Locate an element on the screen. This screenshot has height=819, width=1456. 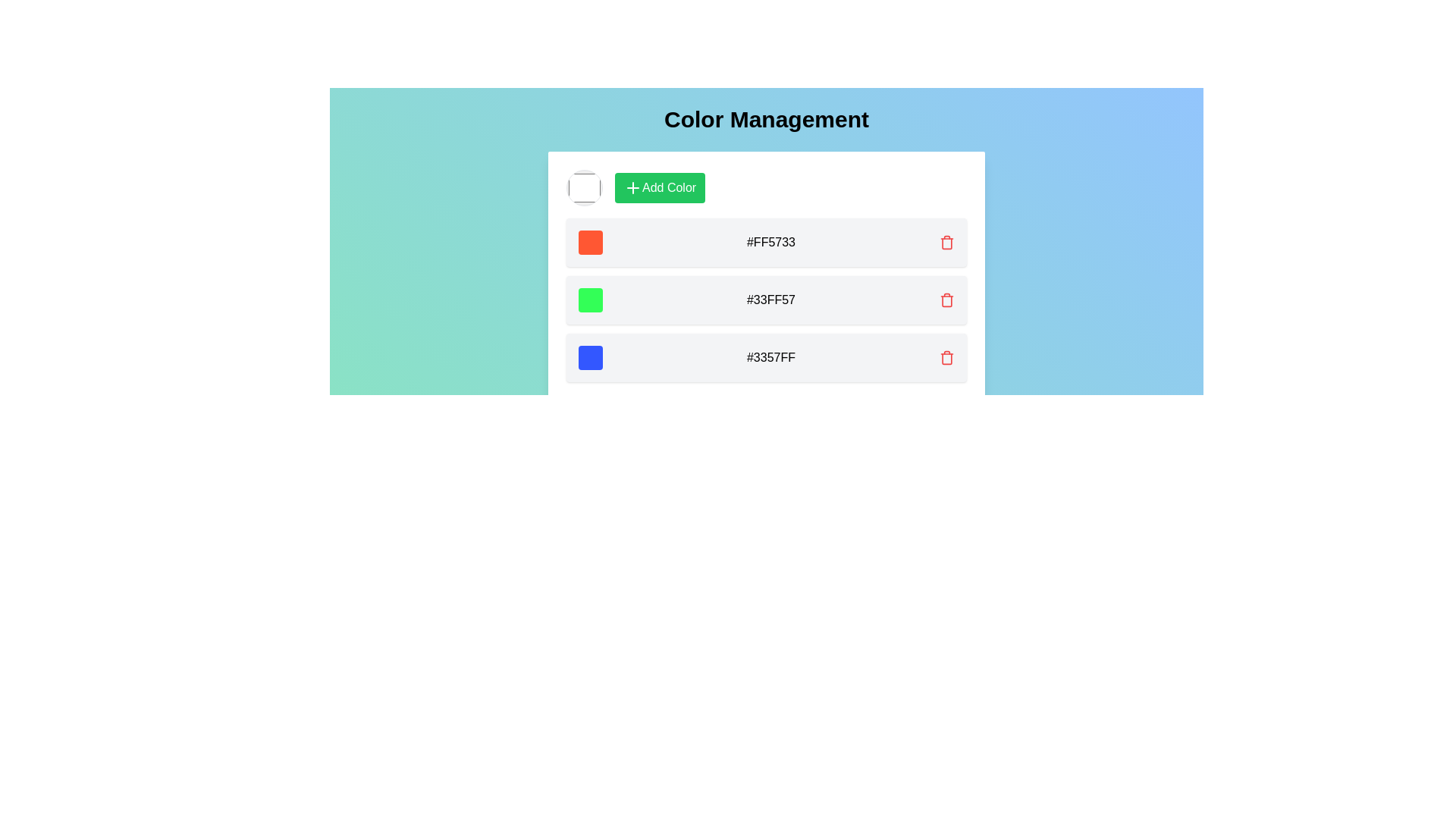
the text label displaying the hexadecimal color code '#FF5733' is located at coordinates (771, 242).